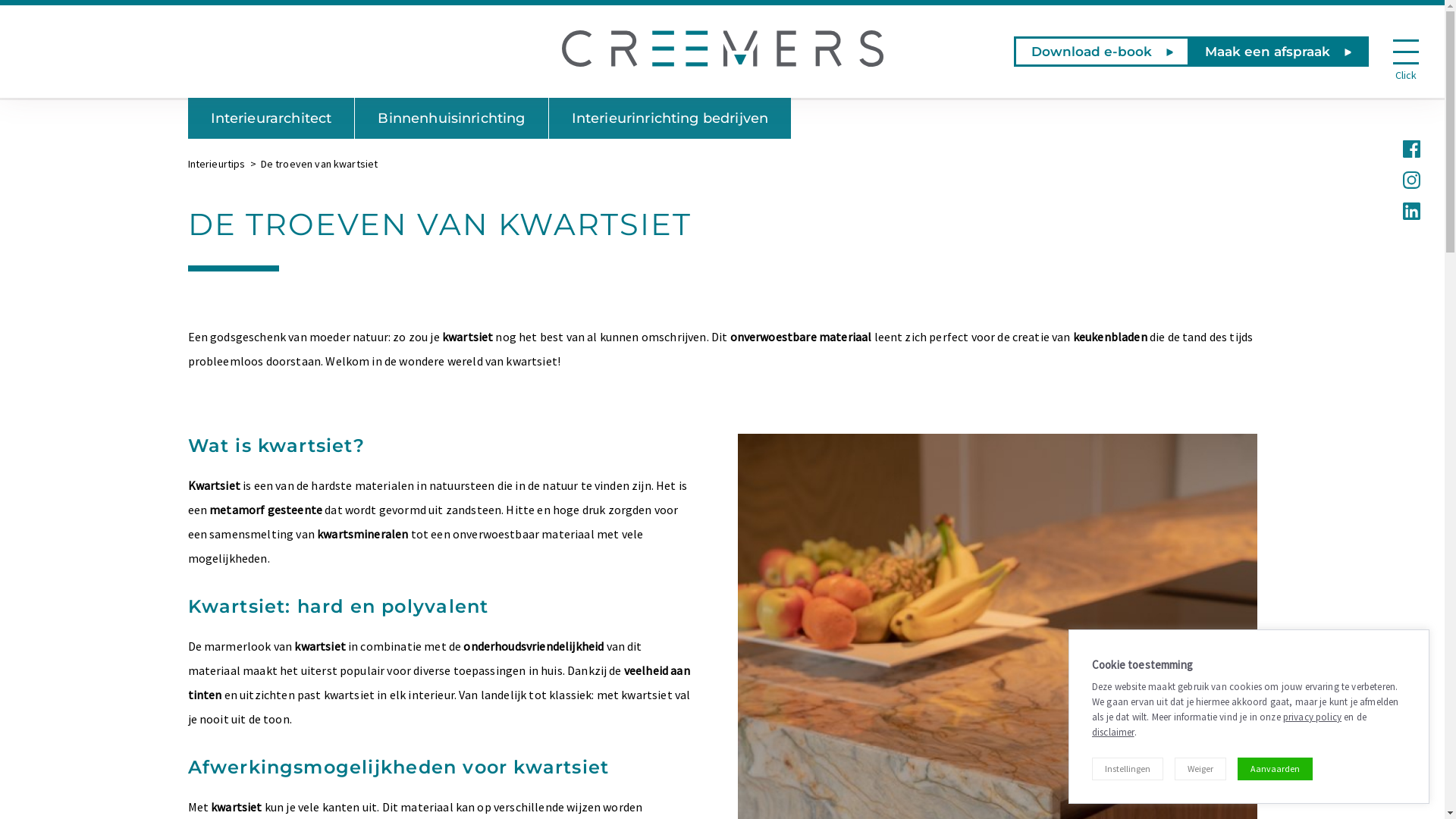  I want to click on 'instagram', so click(1409, 177).